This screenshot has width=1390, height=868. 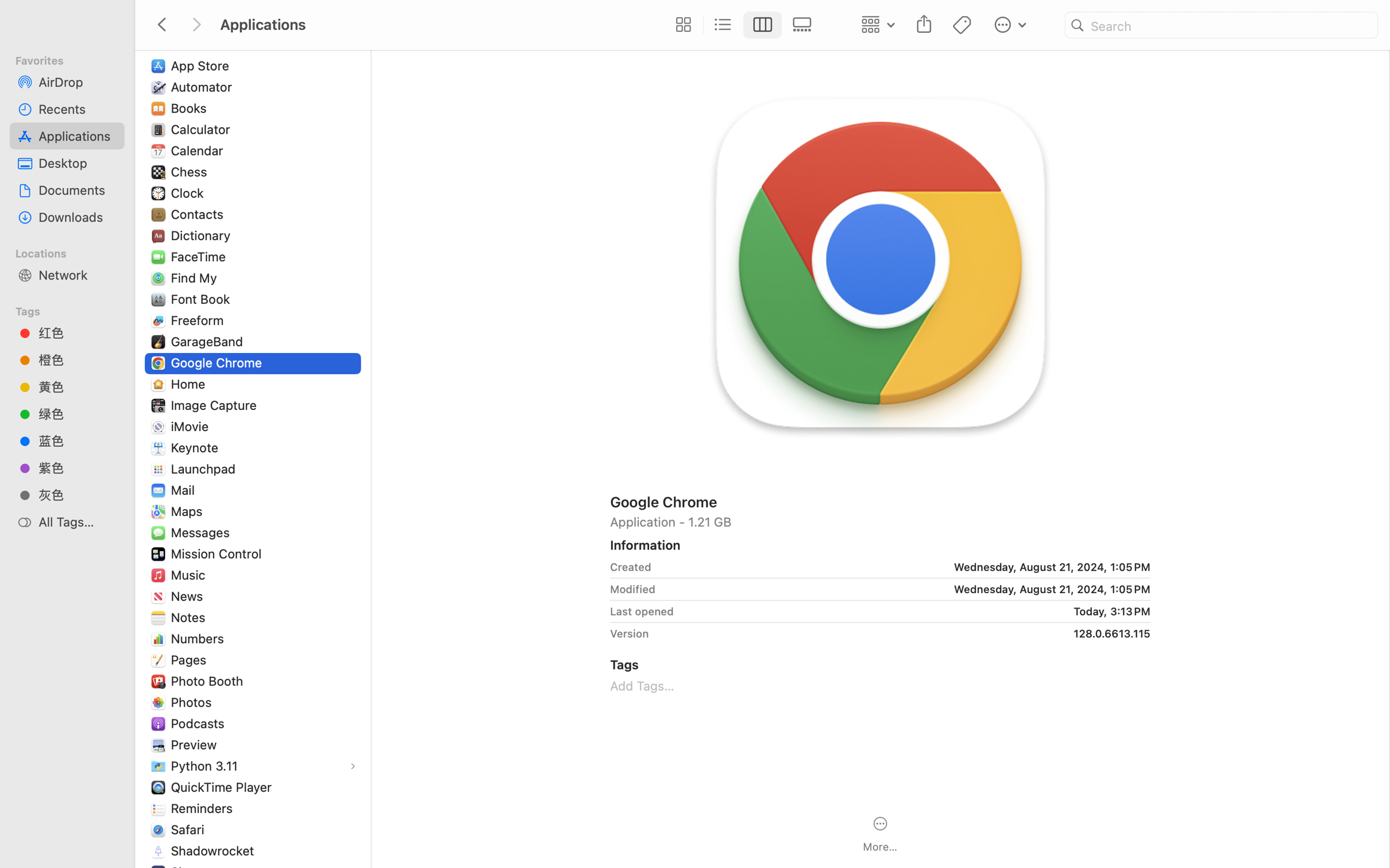 I want to click on 'Podcasts', so click(x=198, y=723).